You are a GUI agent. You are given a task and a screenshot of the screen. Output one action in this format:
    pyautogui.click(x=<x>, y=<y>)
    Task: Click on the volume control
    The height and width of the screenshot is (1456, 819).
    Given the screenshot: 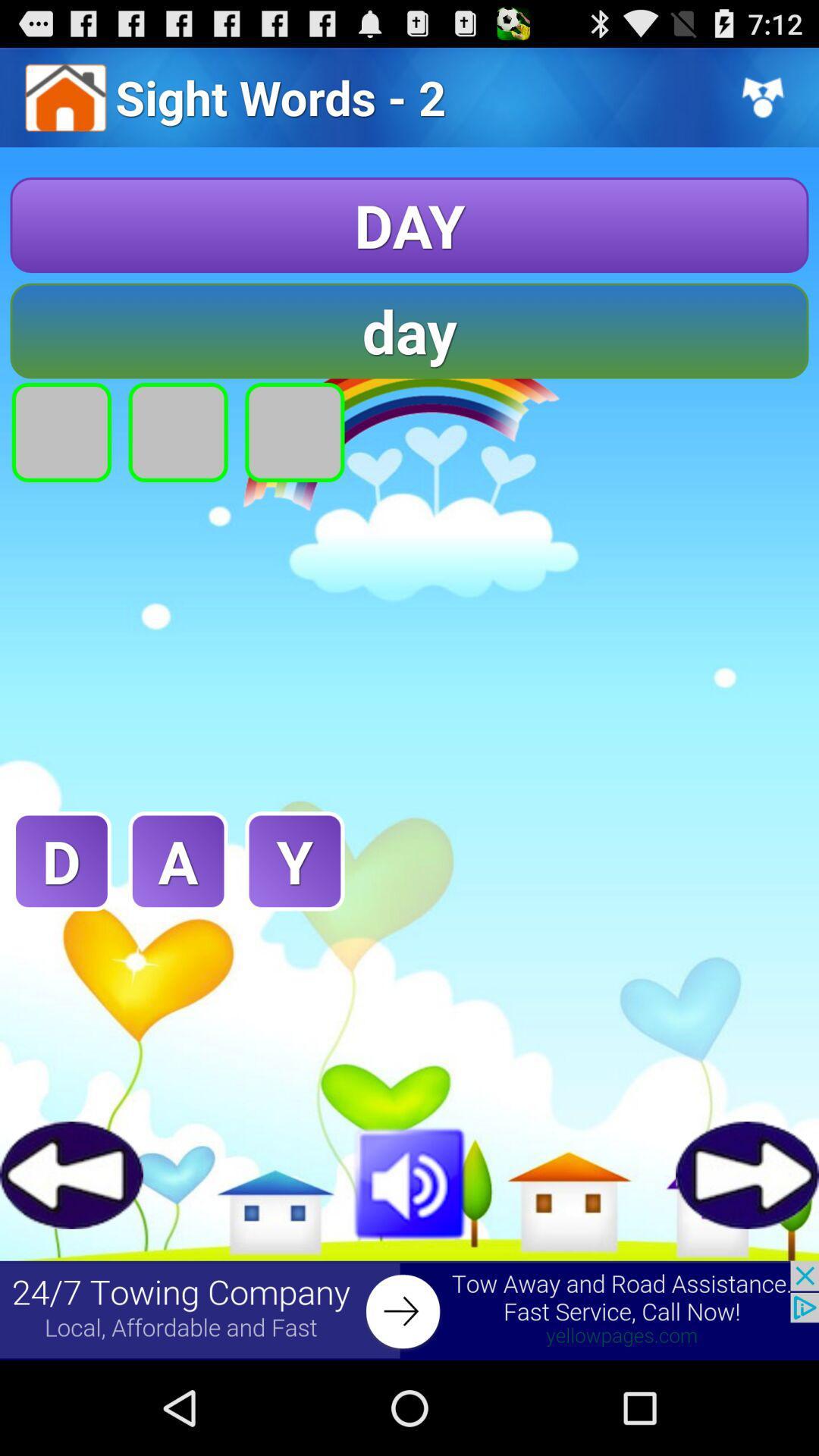 What is the action you would take?
    pyautogui.click(x=409, y=1180)
    